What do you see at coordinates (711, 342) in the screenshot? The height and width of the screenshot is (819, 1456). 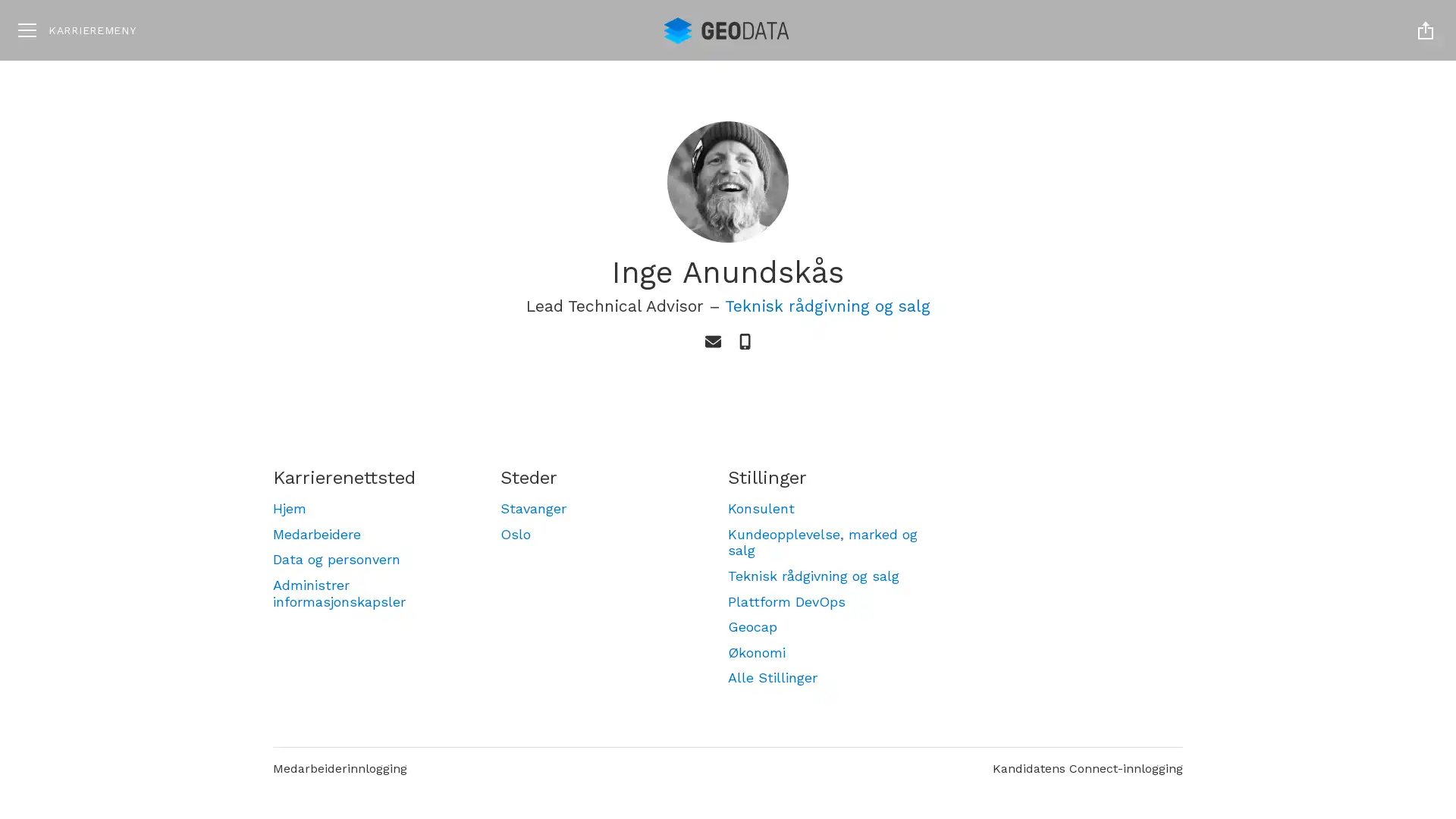 I see `E-post` at bounding box center [711, 342].